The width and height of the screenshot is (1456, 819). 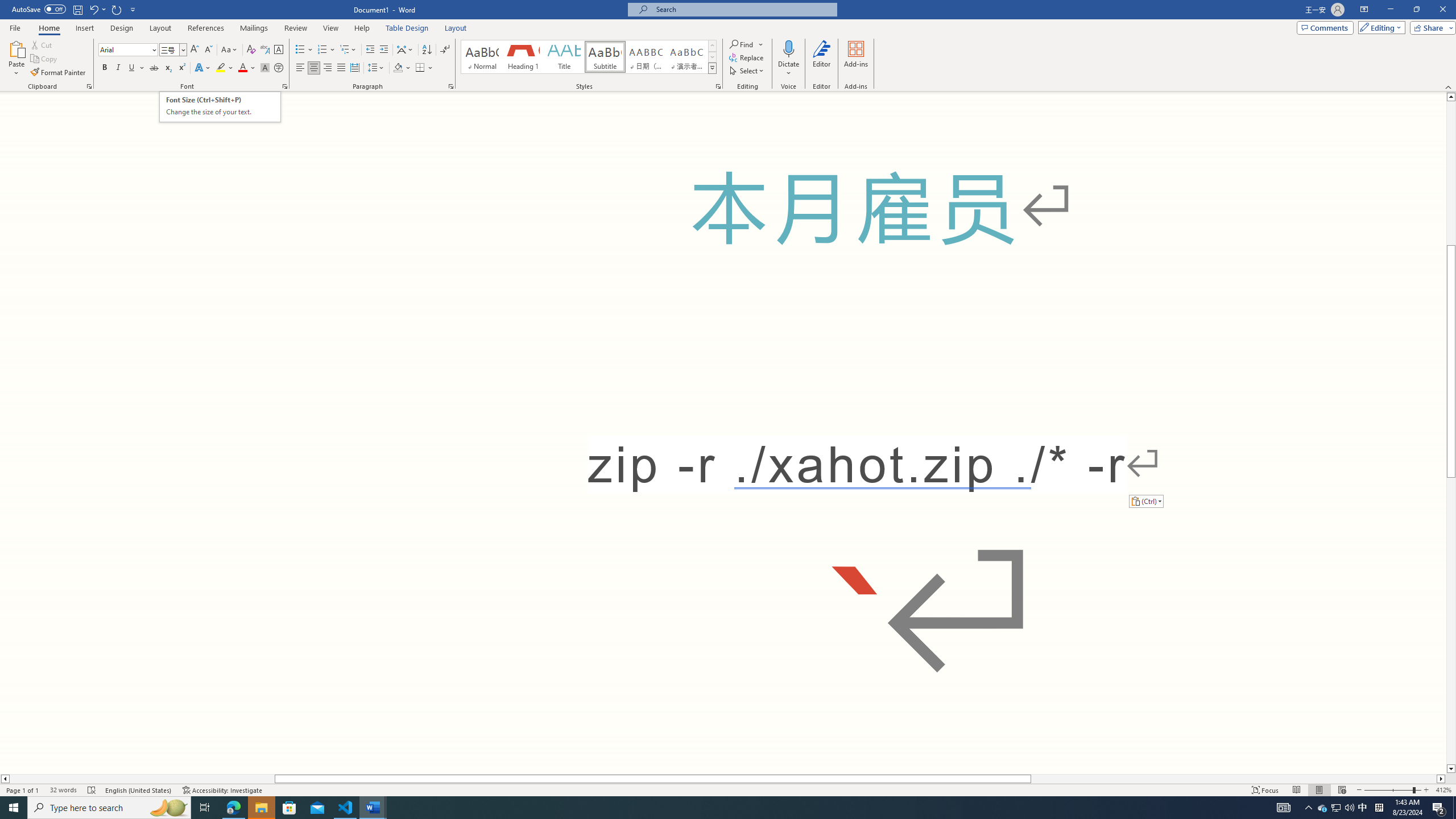 What do you see at coordinates (5, 778) in the screenshot?
I see `'Column left'` at bounding box center [5, 778].